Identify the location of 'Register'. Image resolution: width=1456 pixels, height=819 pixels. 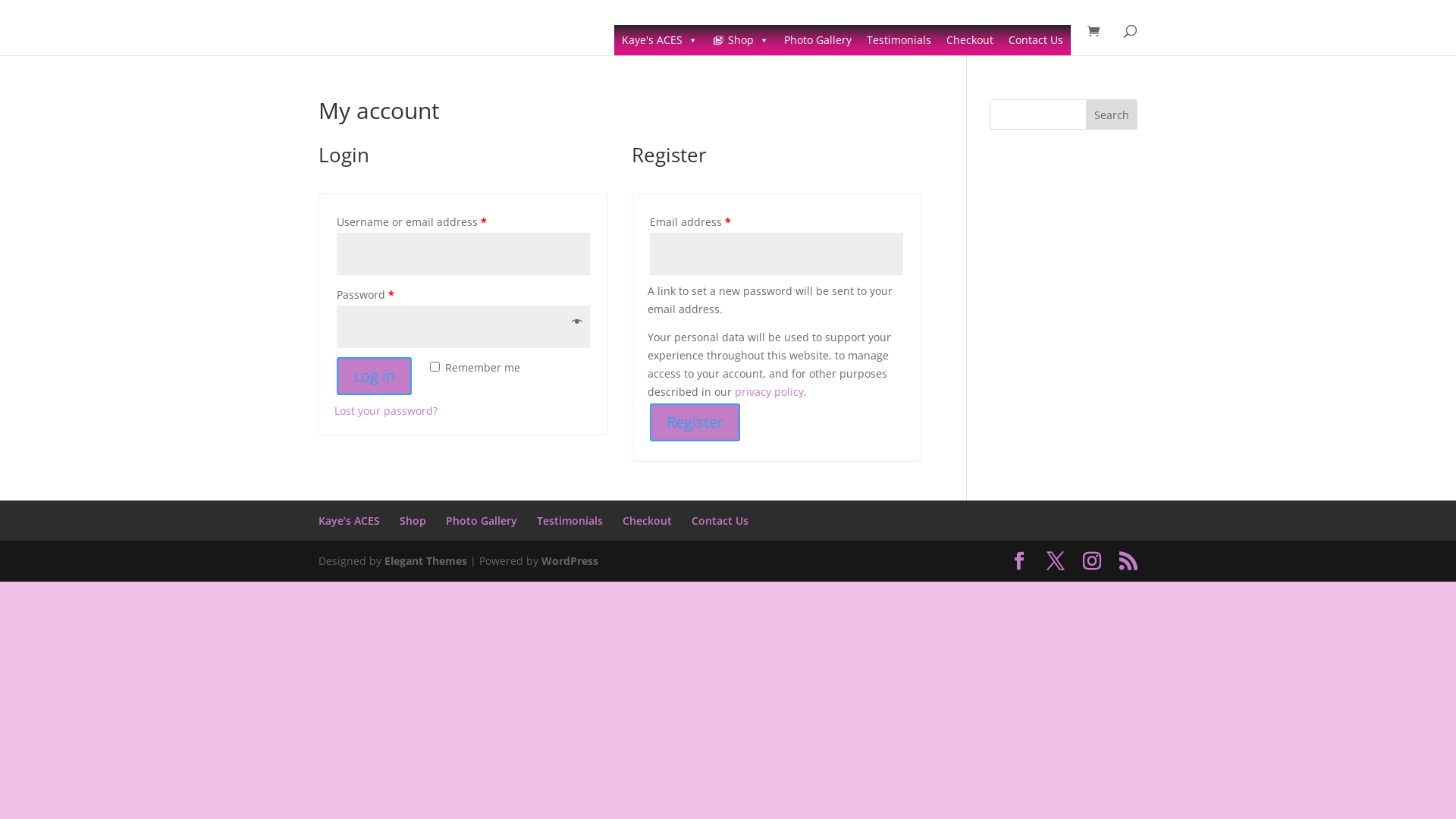
(694, 422).